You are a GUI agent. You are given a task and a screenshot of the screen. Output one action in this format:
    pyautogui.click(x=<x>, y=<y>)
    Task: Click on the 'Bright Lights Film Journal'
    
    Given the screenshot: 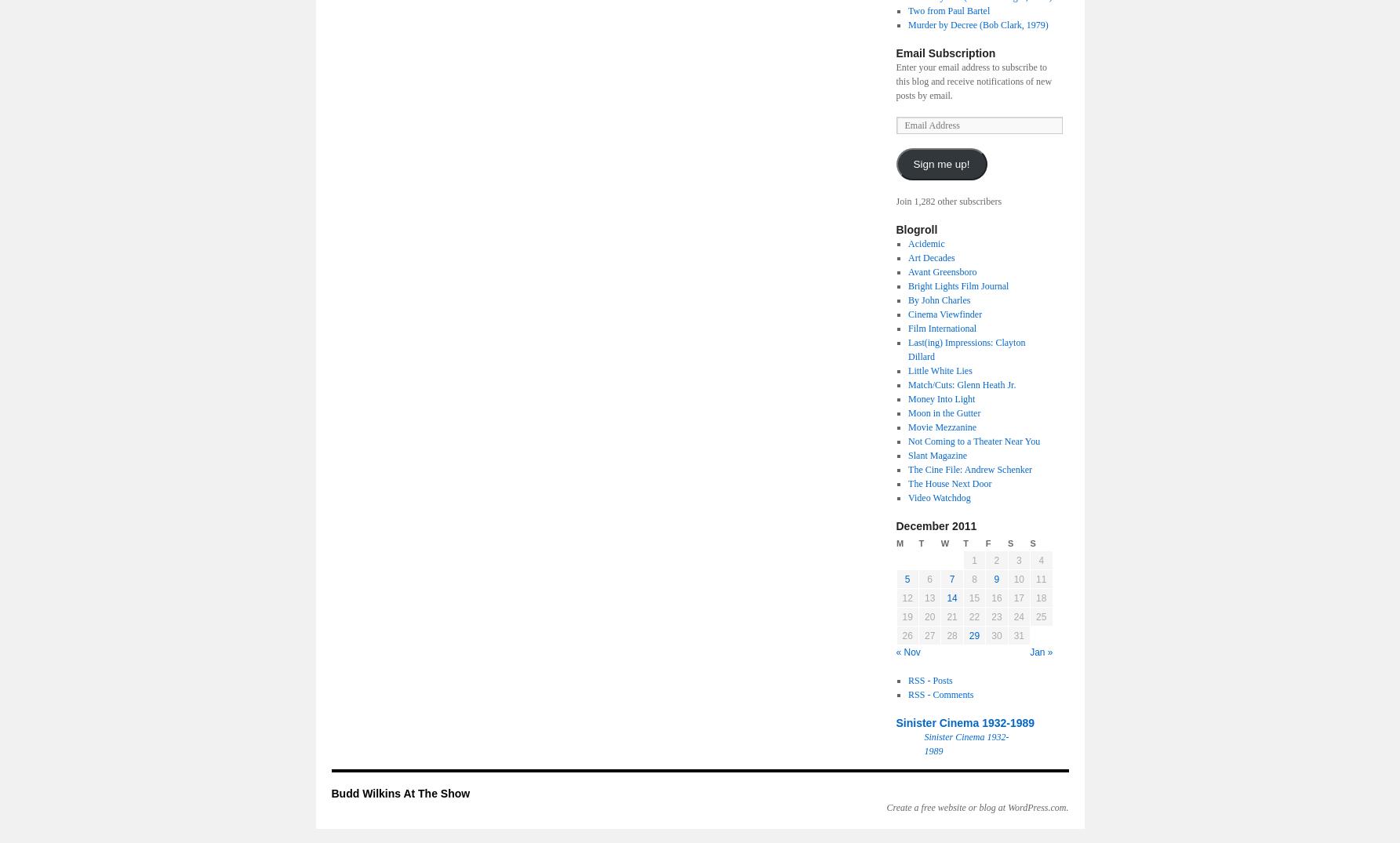 What is the action you would take?
    pyautogui.click(x=958, y=285)
    